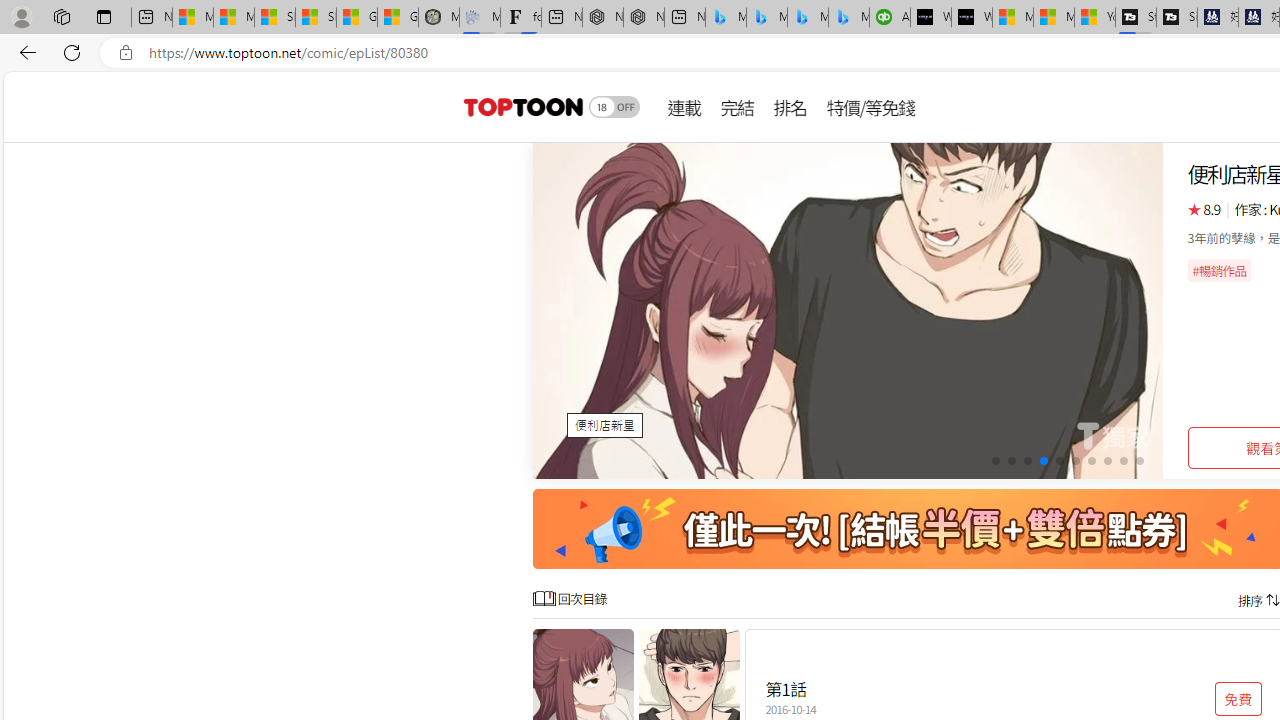 The image size is (1280, 720). What do you see at coordinates (849, 17) in the screenshot?
I see `'Microsoft Bing Travel - Shangri-La Hotel Bangkok'` at bounding box center [849, 17].